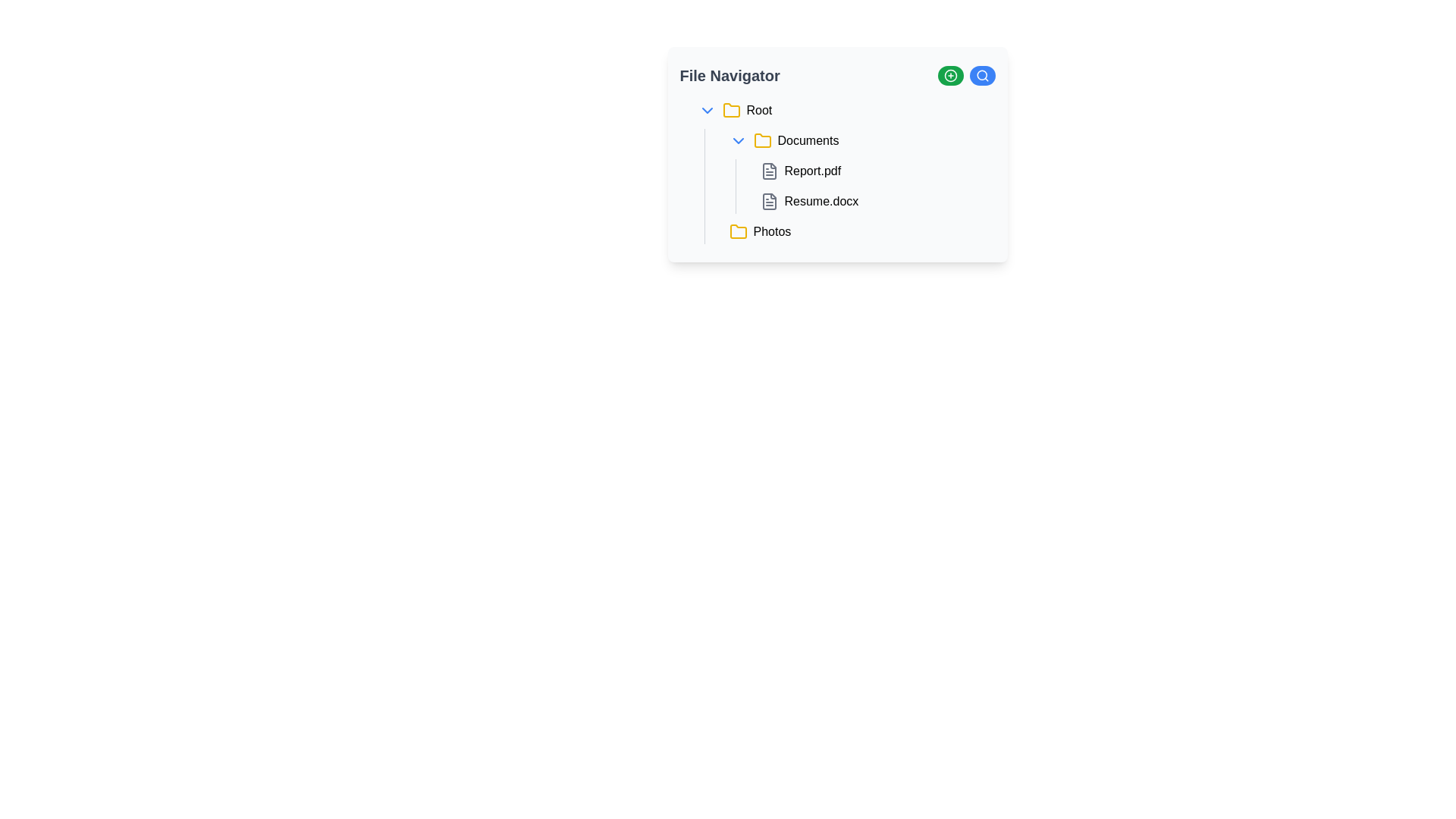 This screenshot has height=819, width=1456. I want to click on the yellow folder icon located next to the 'Root' text label, so click(731, 109).